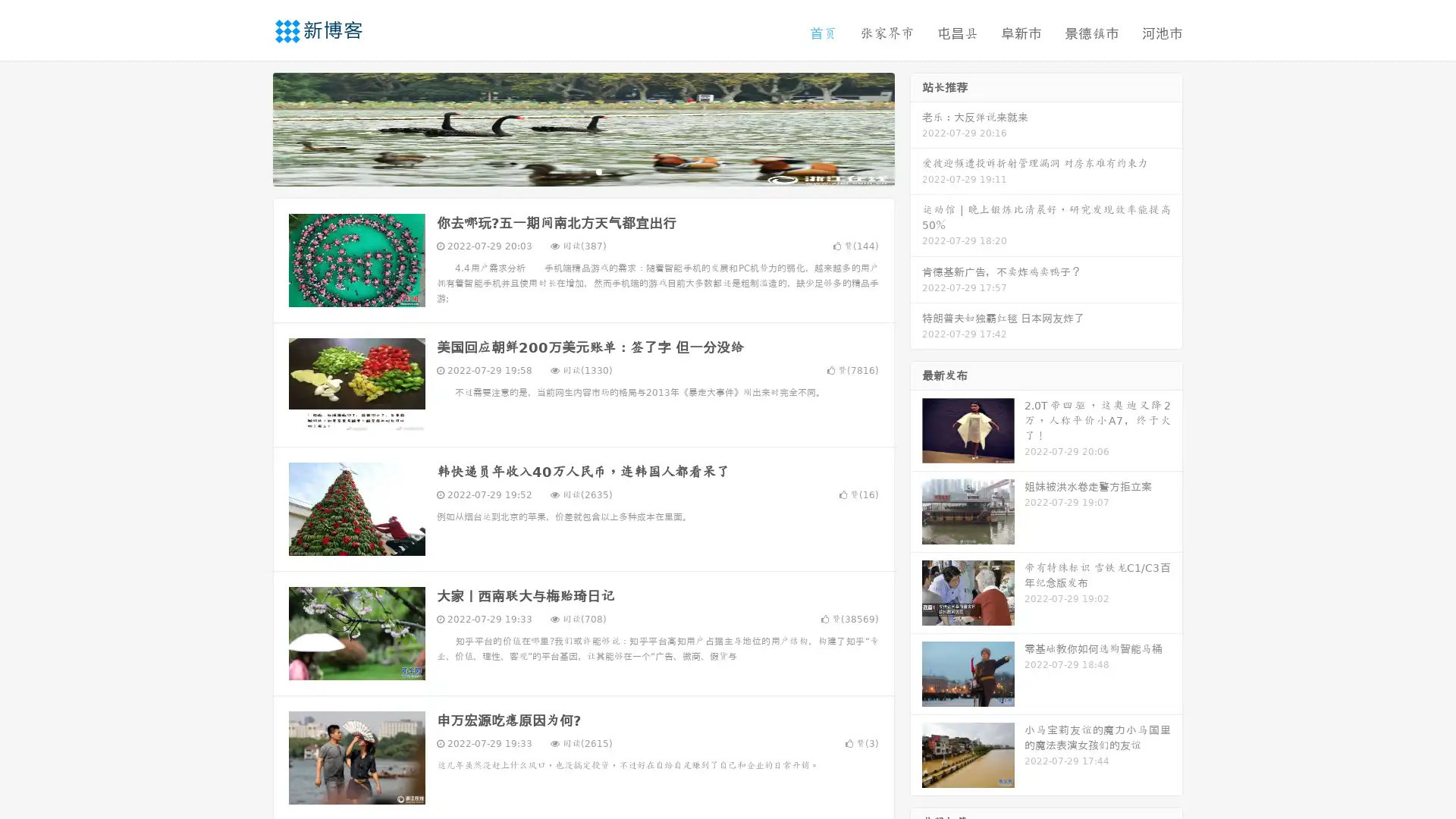  Describe the element at coordinates (567, 171) in the screenshot. I see `Go to slide 1` at that location.